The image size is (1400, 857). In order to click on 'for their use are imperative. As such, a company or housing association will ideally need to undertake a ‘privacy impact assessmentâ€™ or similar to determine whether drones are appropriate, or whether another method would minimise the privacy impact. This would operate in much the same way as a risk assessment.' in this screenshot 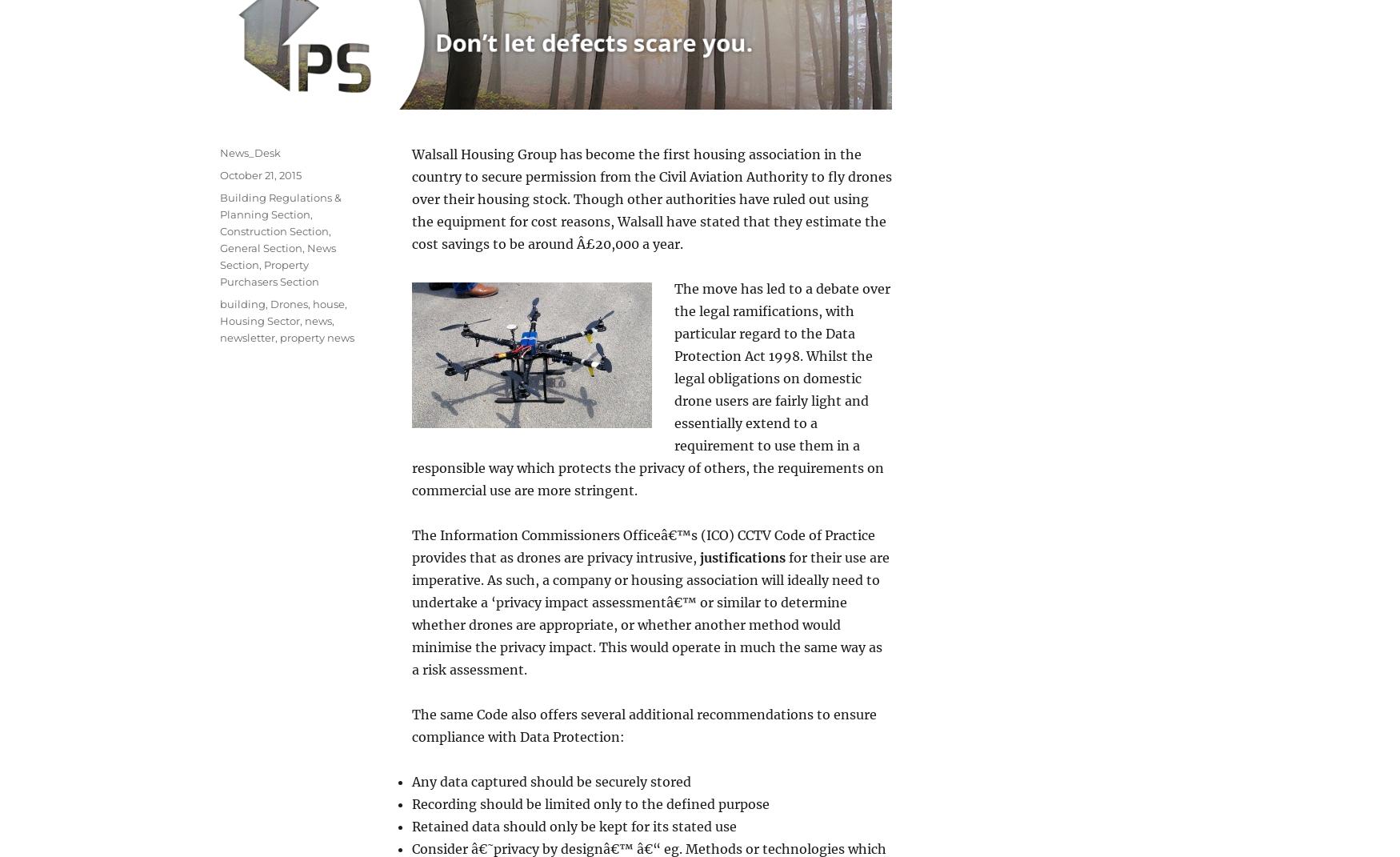, I will do `click(650, 612)`.